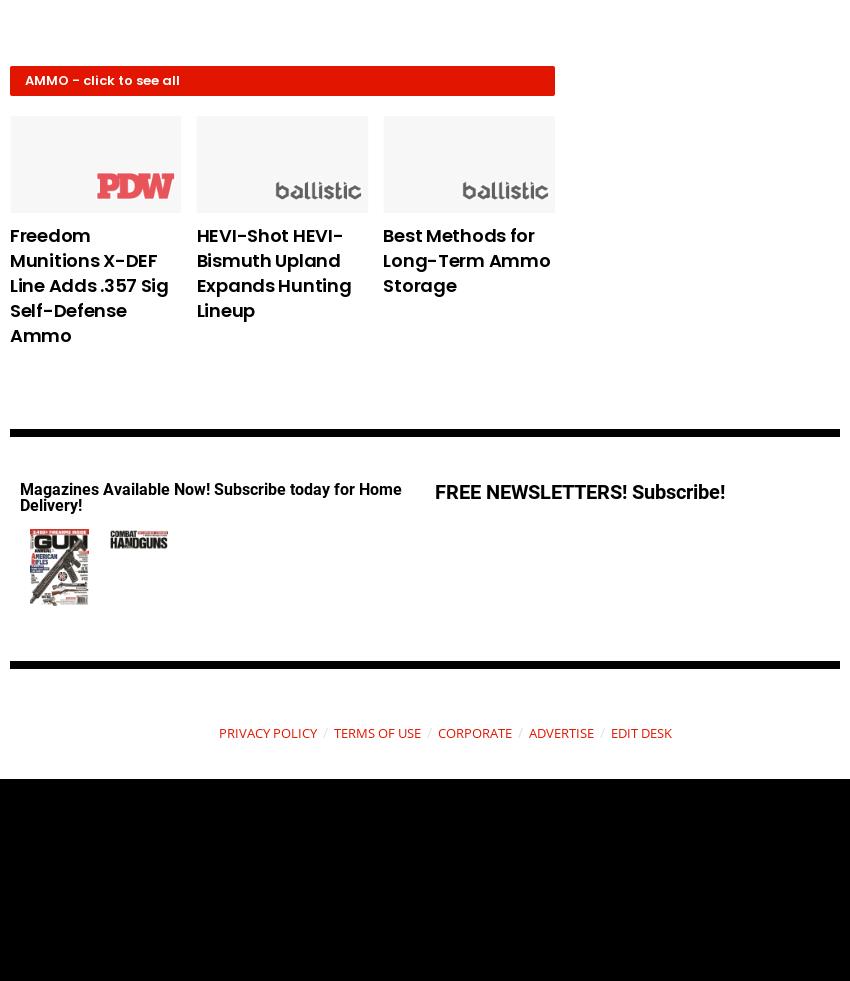 Image resolution: width=850 pixels, height=981 pixels. What do you see at coordinates (474, 733) in the screenshot?
I see `'CORPORATE'` at bounding box center [474, 733].